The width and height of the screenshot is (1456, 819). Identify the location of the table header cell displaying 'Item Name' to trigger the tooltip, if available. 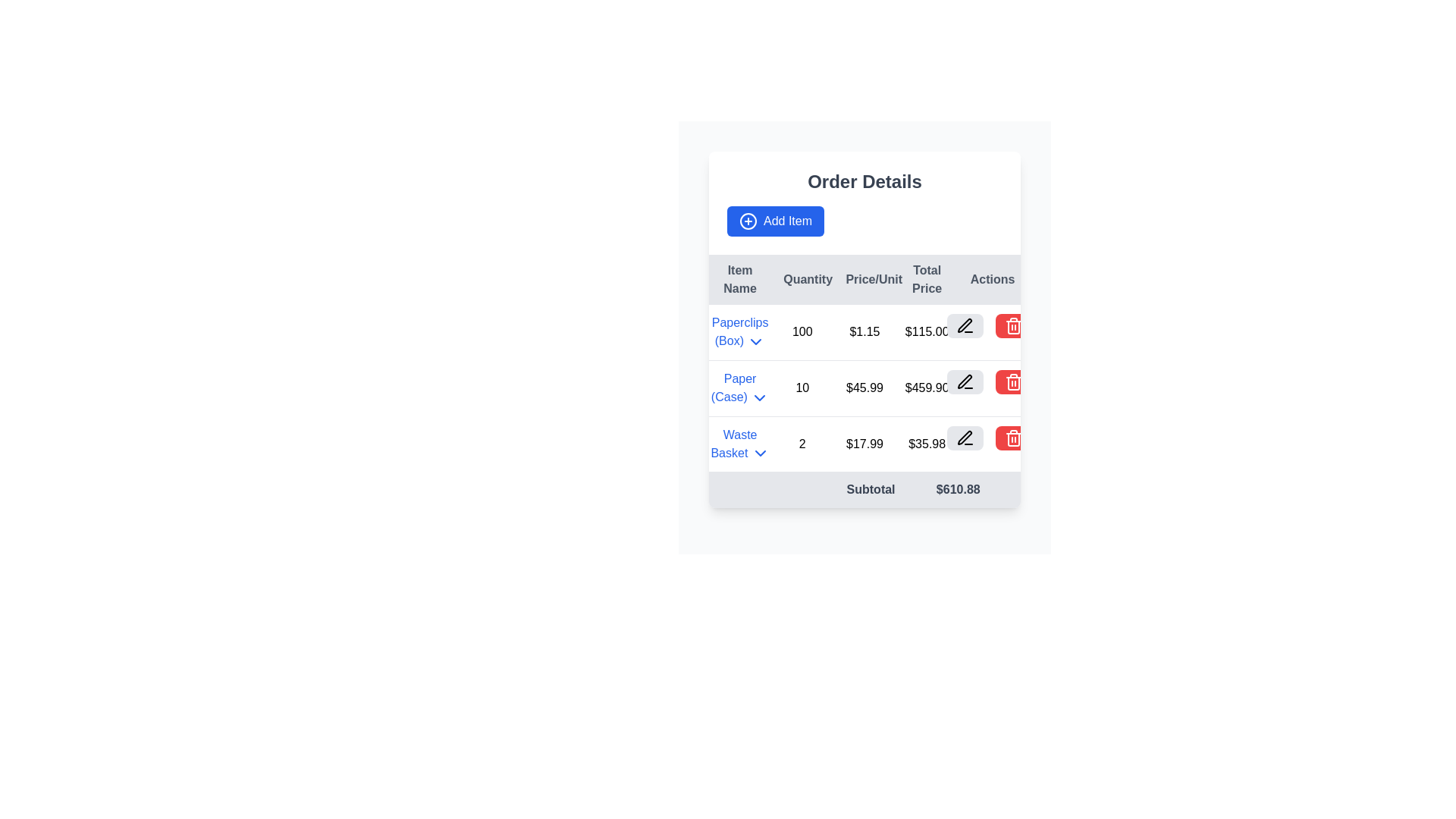
(740, 280).